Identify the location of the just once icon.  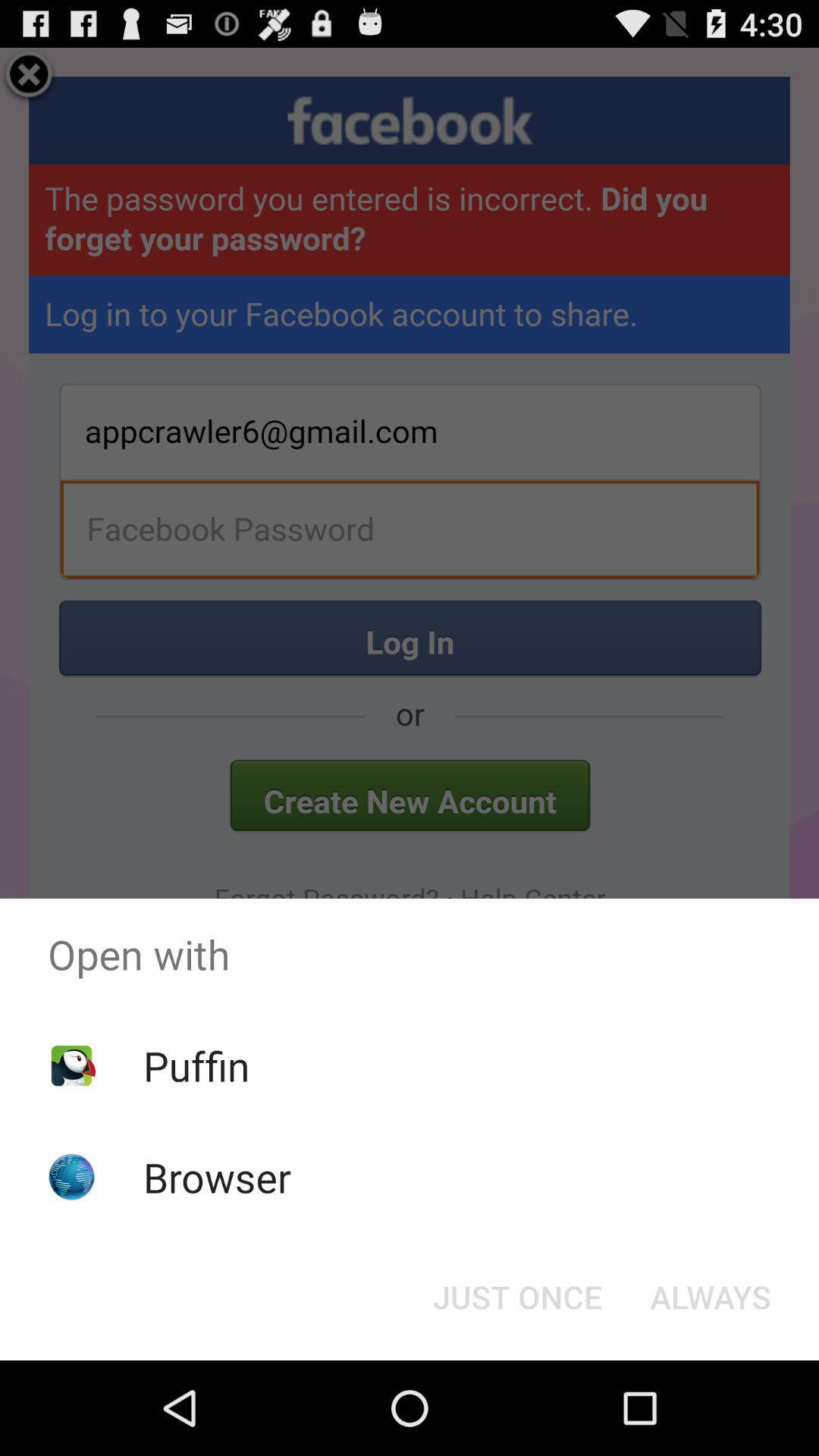
(516, 1295).